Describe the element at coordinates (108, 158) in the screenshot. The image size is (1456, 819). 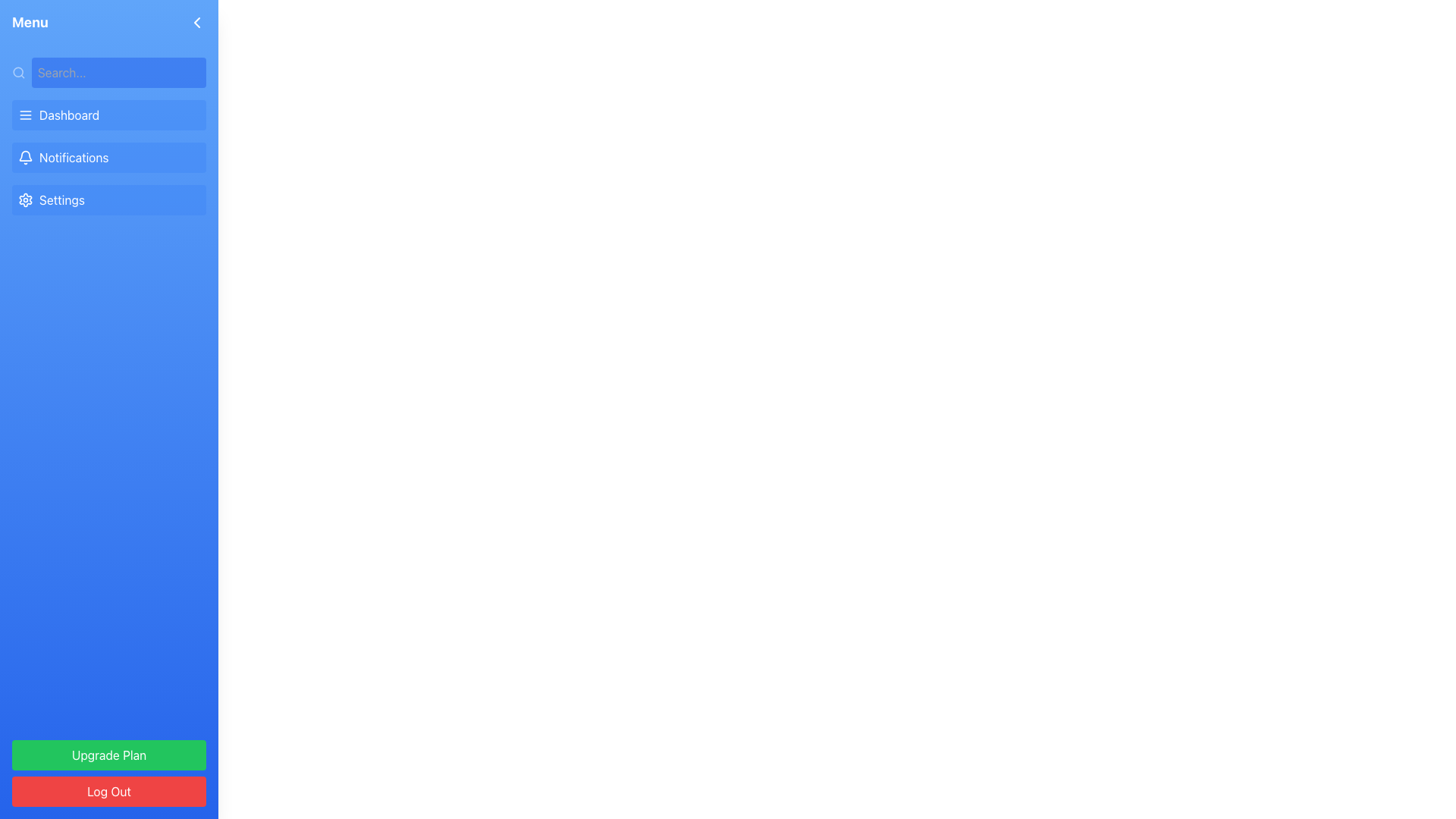
I see `the 'Notifications' menu item, which is the second option in the sidebar menu` at that location.